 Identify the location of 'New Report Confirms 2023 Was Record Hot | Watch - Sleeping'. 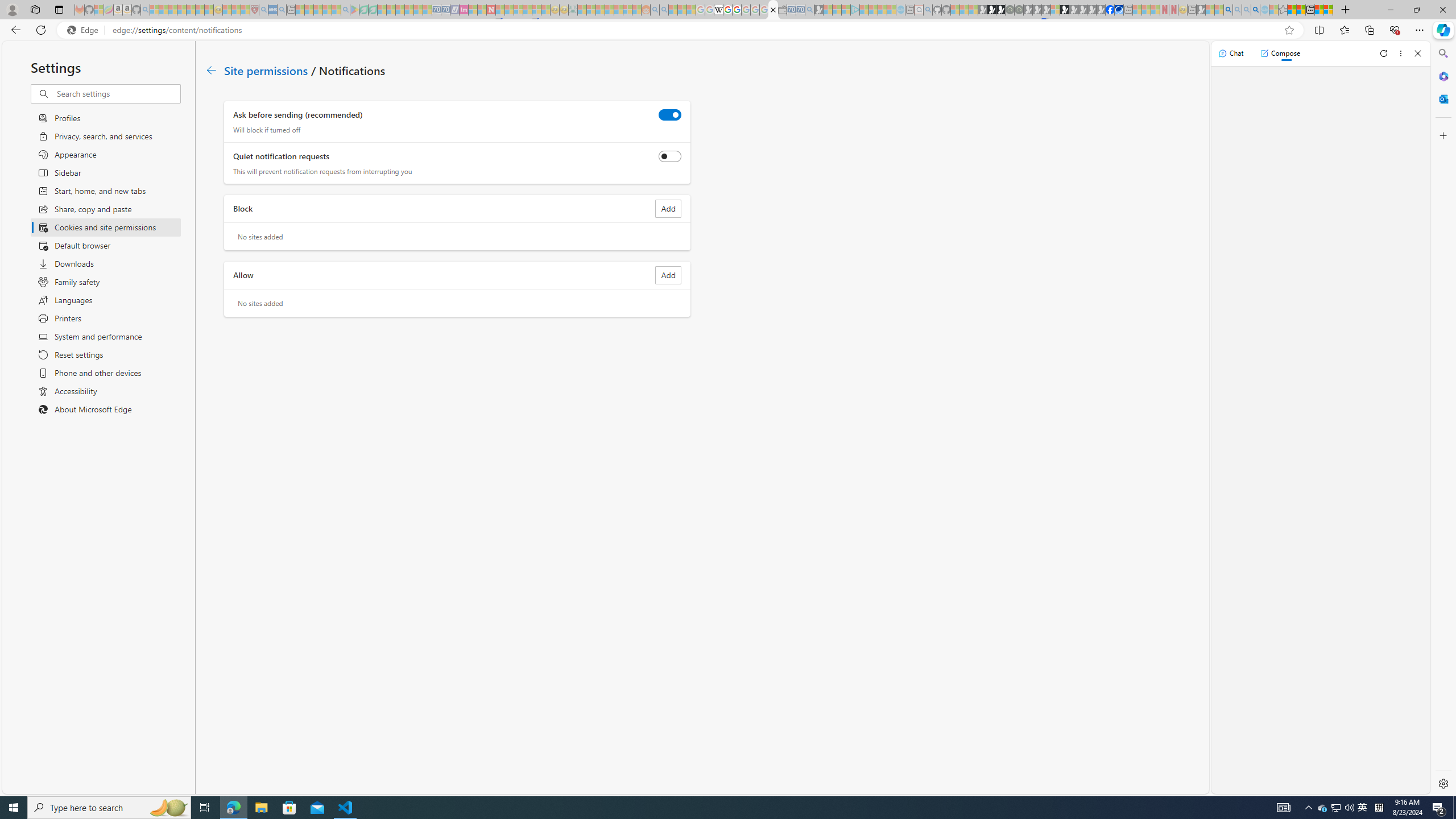
(191, 9).